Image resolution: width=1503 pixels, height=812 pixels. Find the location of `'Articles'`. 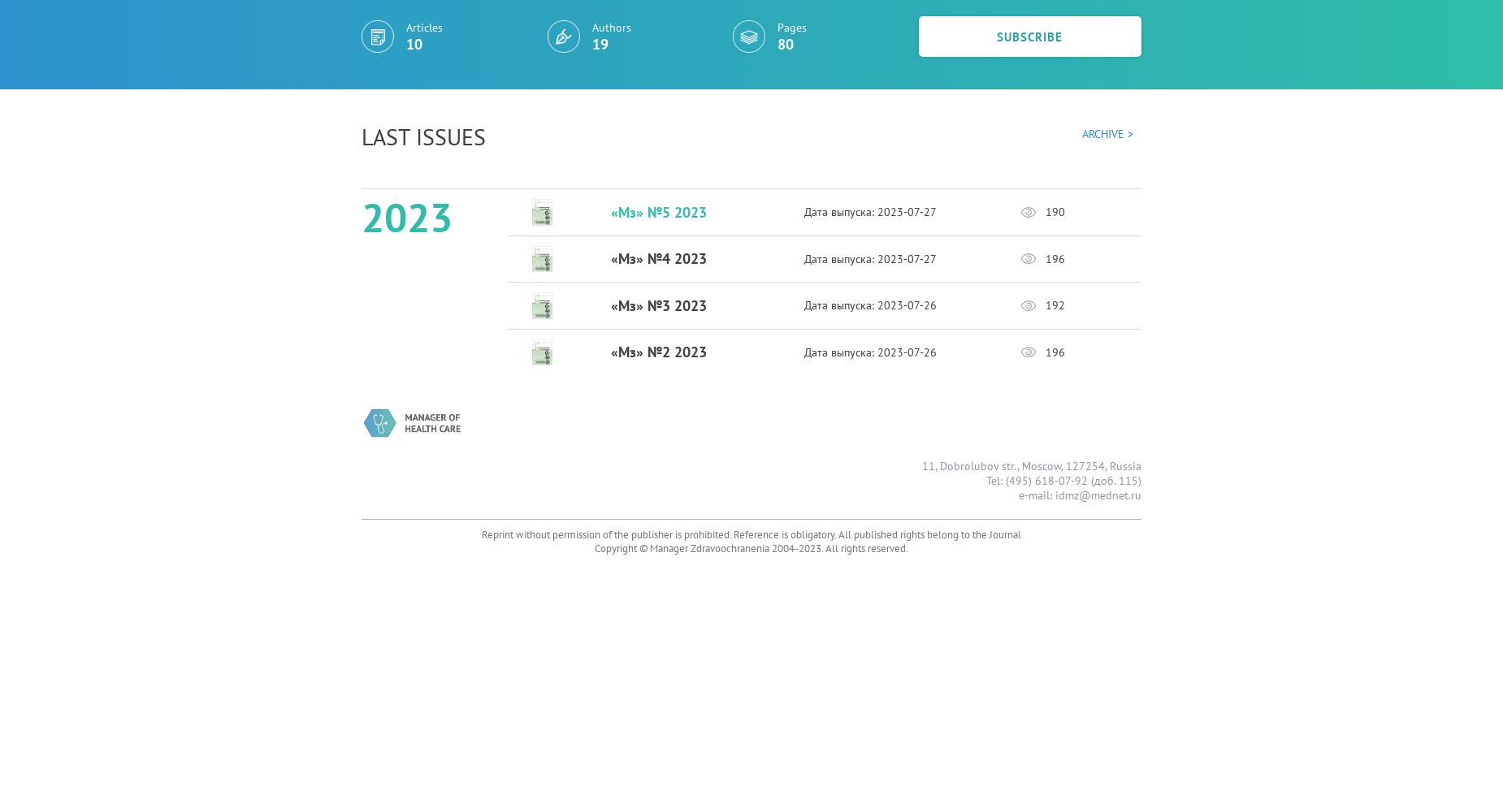

'Articles' is located at coordinates (424, 27).